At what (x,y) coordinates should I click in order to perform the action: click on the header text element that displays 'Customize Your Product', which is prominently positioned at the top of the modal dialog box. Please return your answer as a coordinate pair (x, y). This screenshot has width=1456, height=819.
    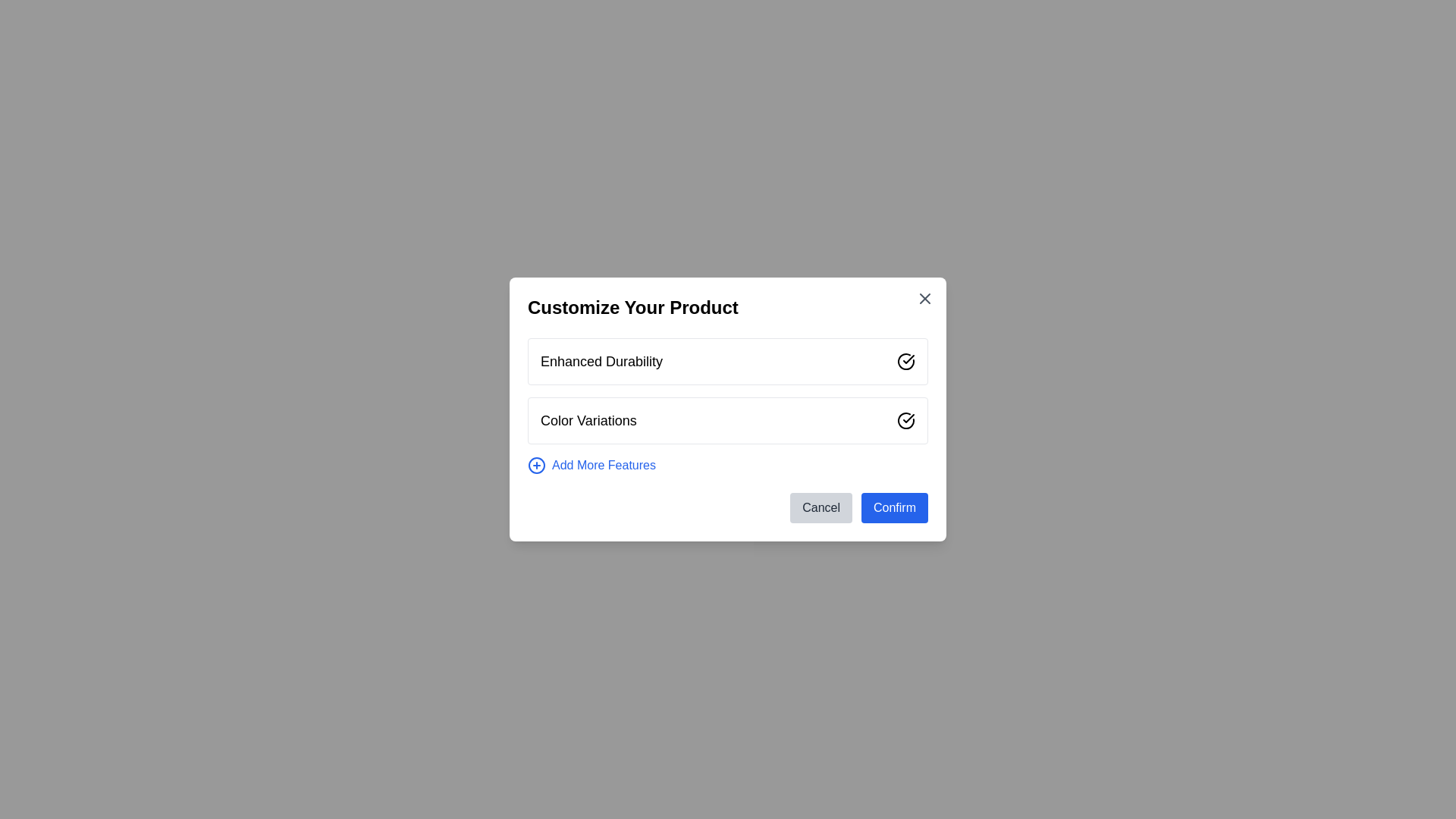
    Looking at the image, I should click on (632, 307).